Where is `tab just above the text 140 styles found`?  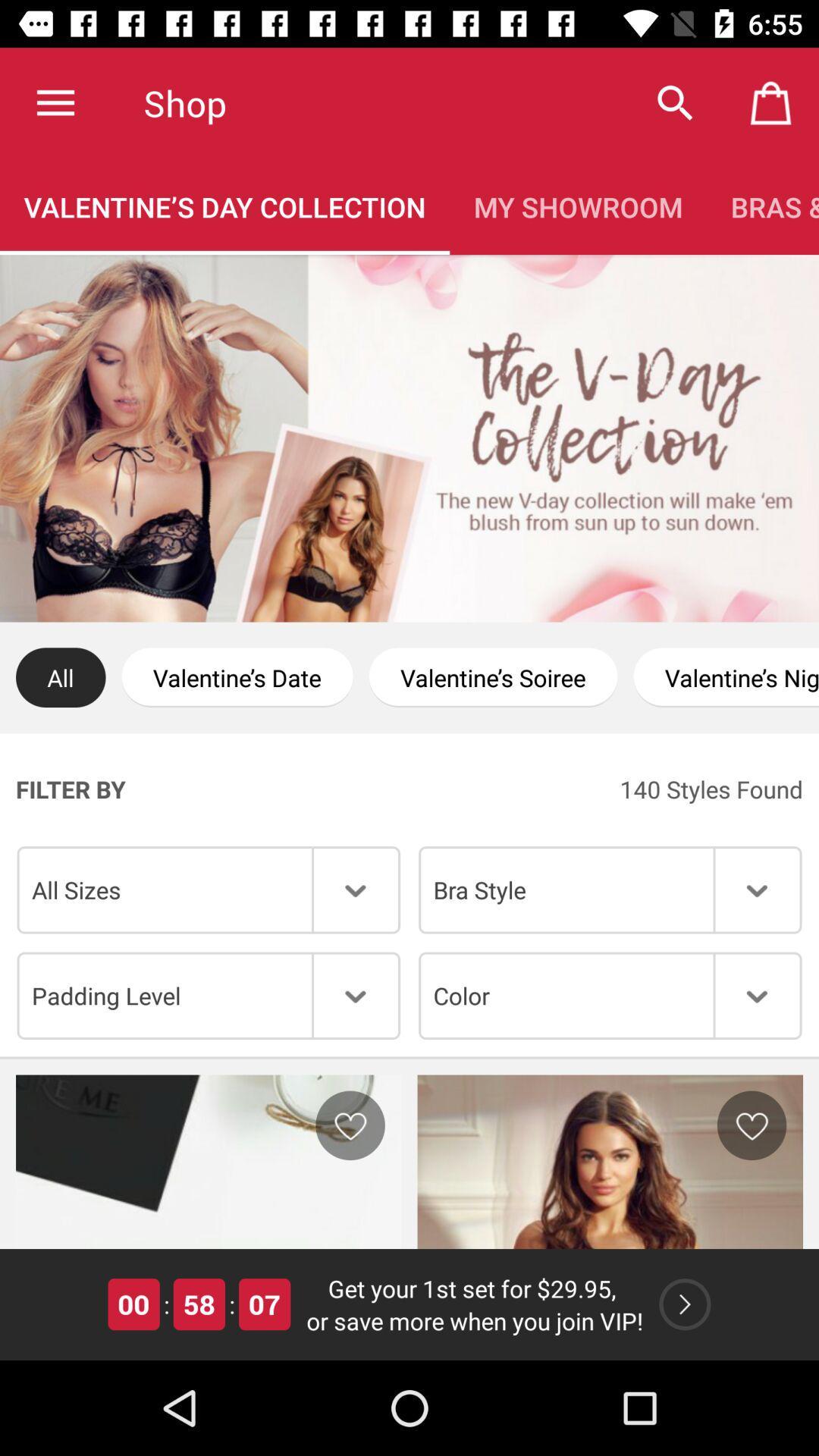 tab just above the text 140 styles found is located at coordinates (725, 676).